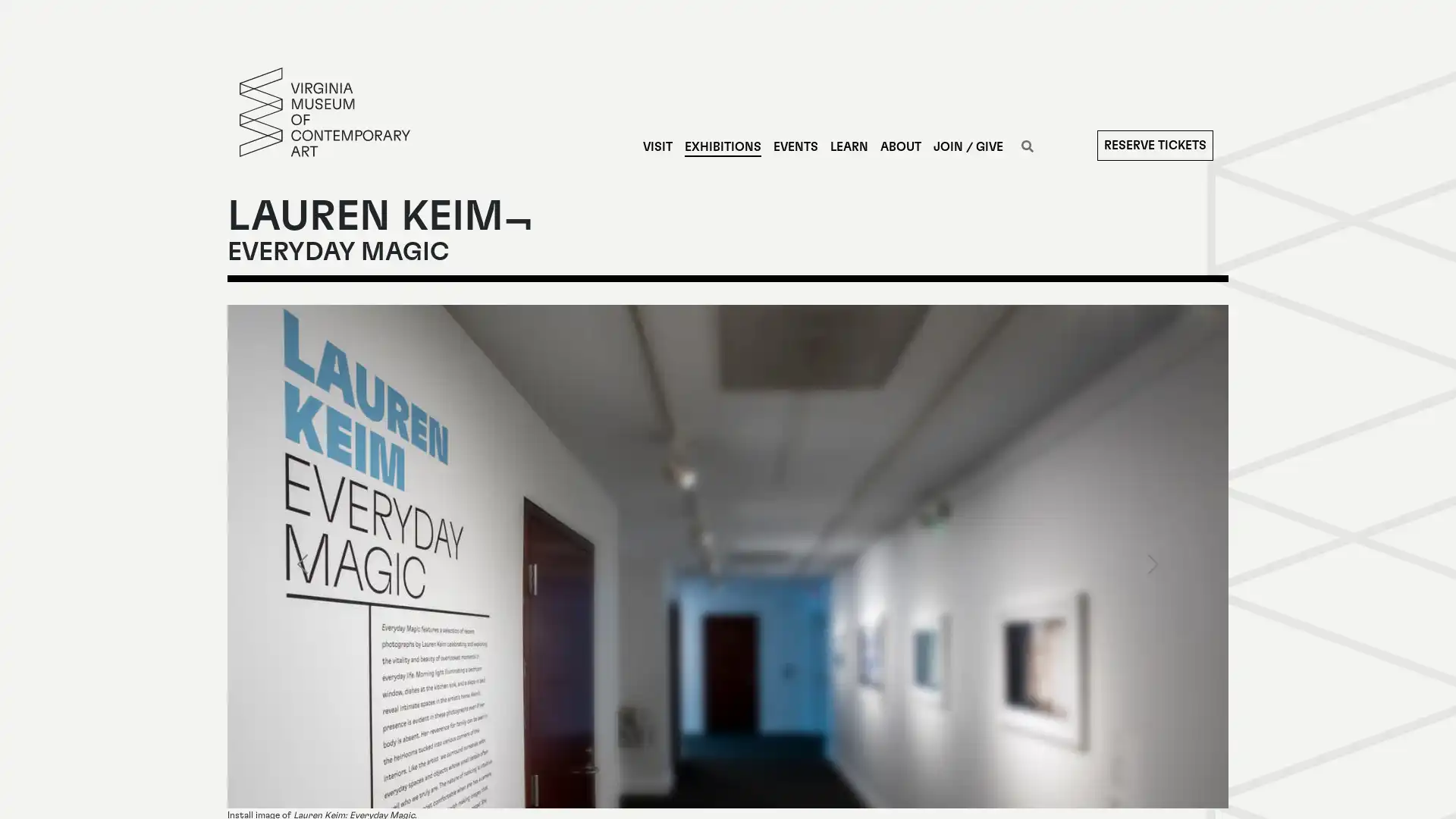 The width and height of the screenshot is (1456, 819). What do you see at coordinates (657, 146) in the screenshot?
I see `VISIT` at bounding box center [657, 146].